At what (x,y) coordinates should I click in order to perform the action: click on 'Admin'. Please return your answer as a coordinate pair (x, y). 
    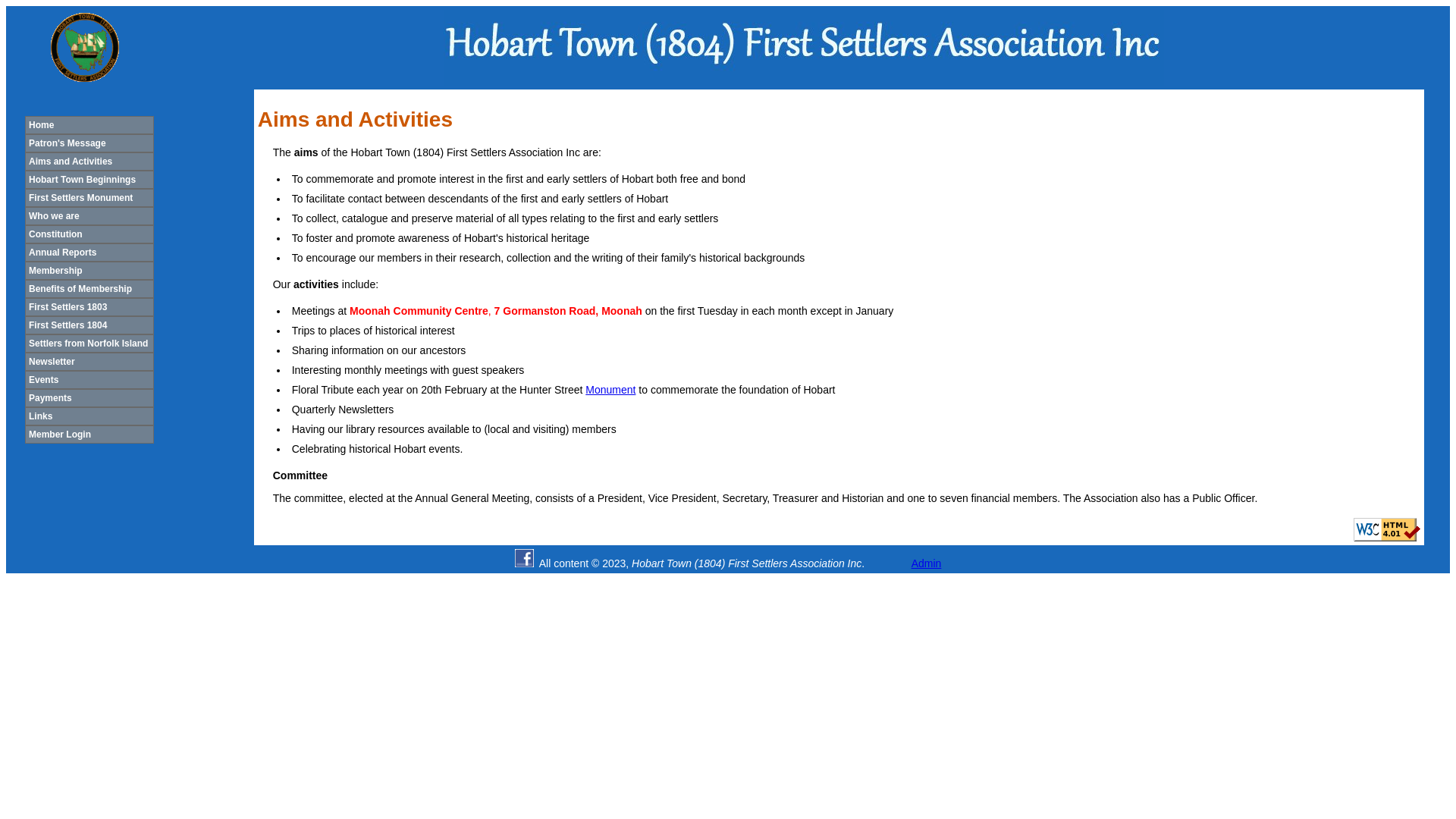
    Looking at the image, I should click on (926, 563).